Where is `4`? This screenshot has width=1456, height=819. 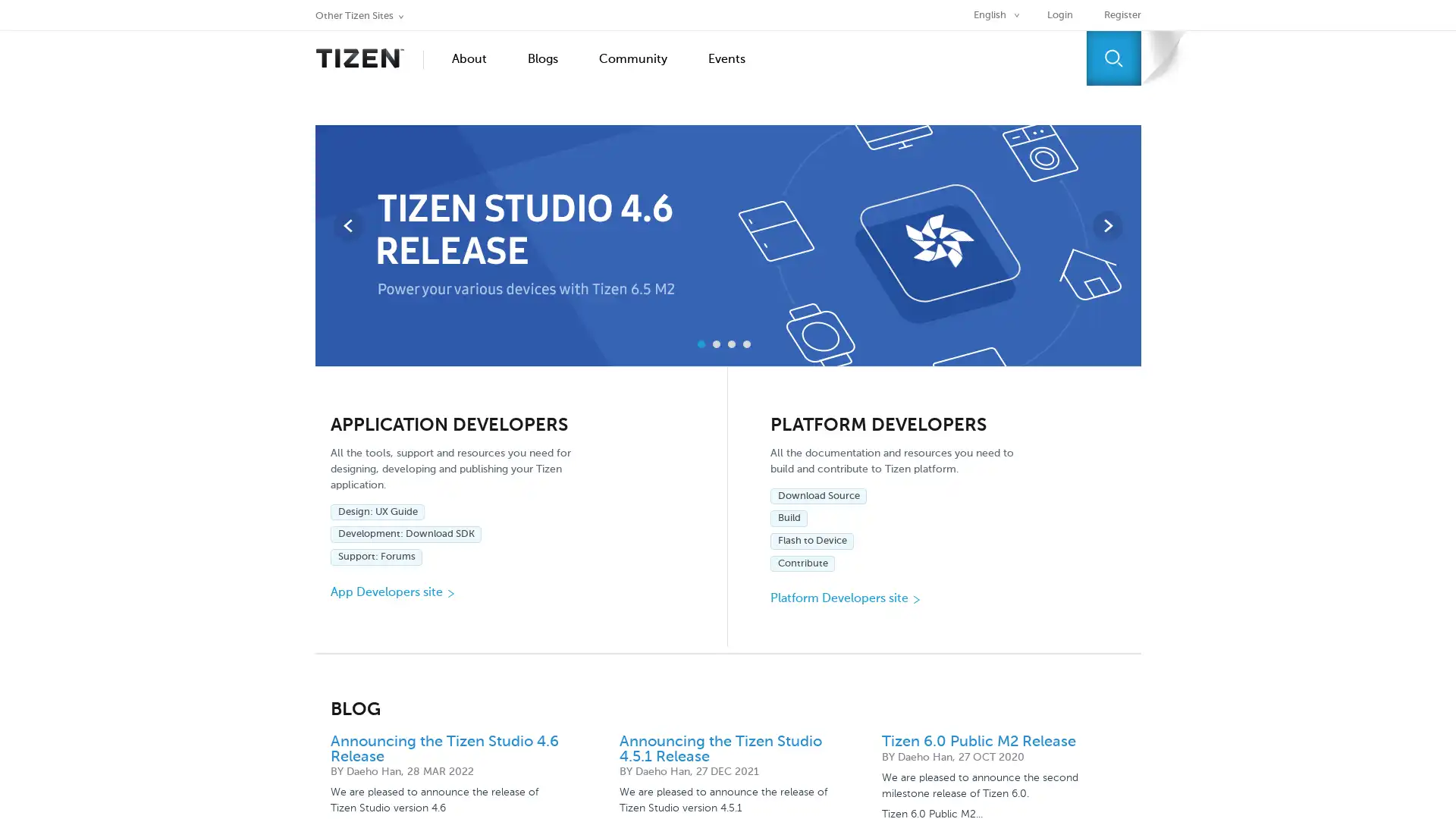
4 is located at coordinates (746, 344).